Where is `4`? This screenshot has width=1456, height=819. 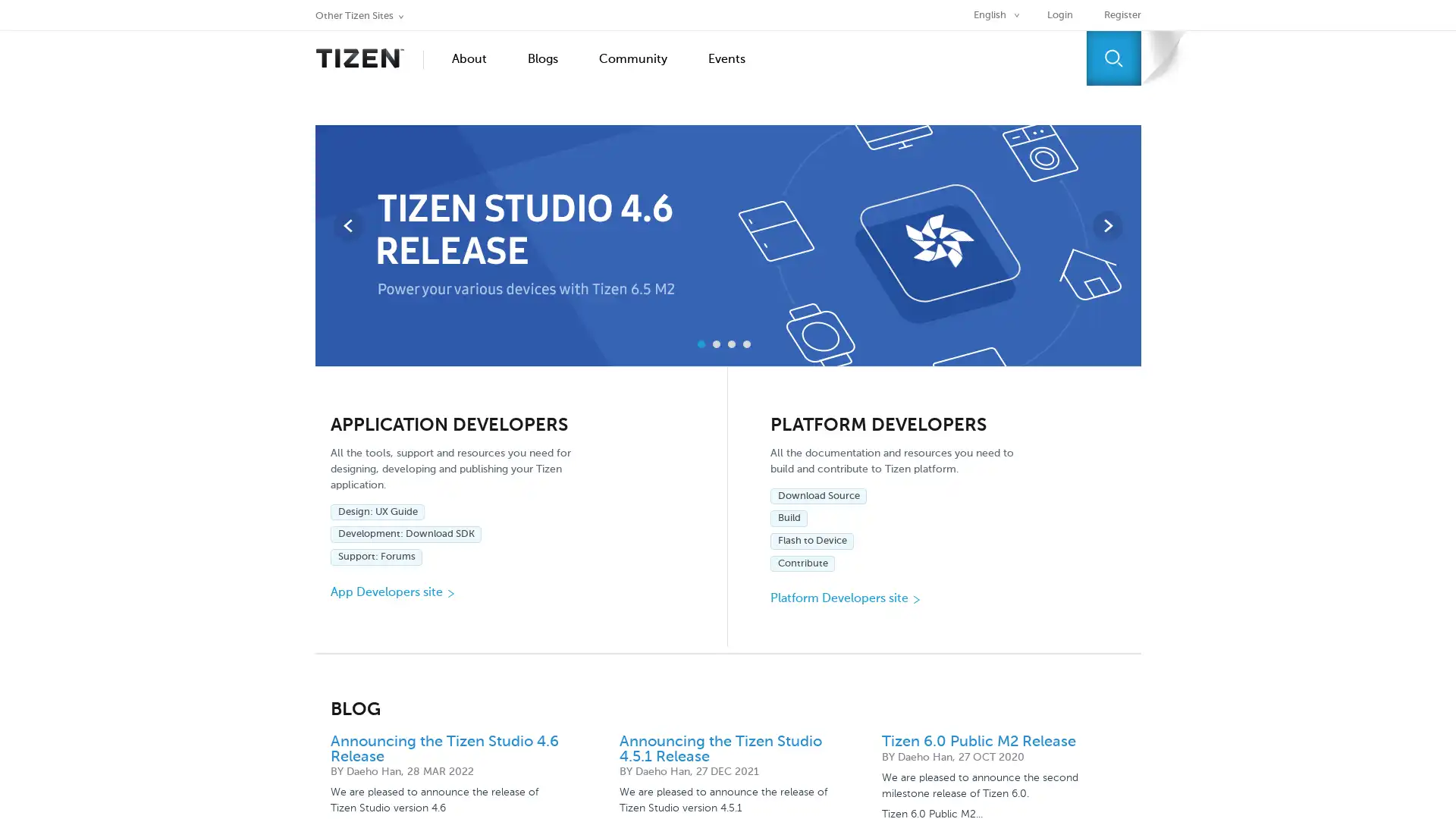
4 is located at coordinates (746, 344).